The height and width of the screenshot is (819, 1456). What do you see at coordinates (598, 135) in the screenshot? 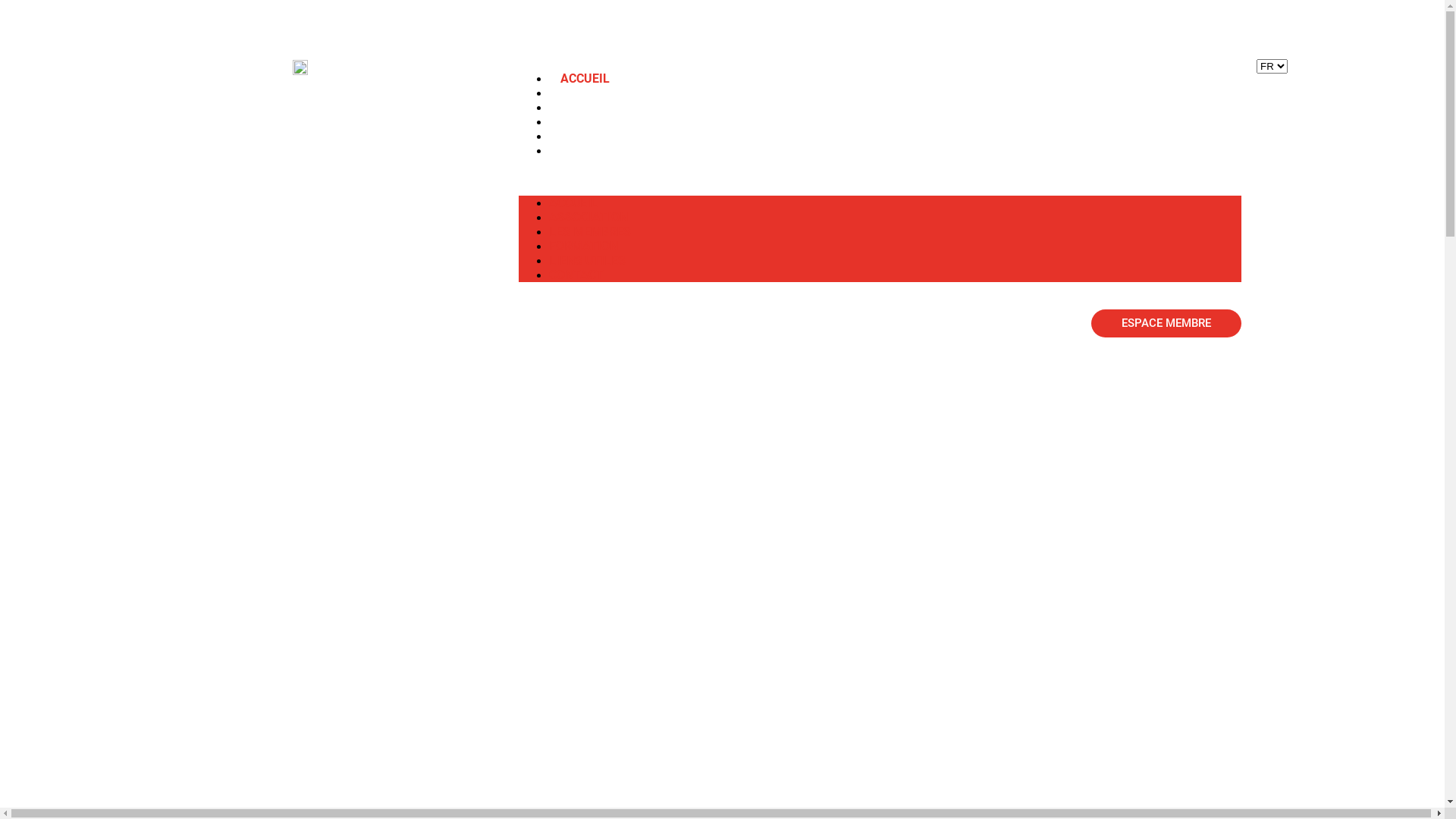
I see `'LIENS UTILES'` at bounding box center [598, 135].